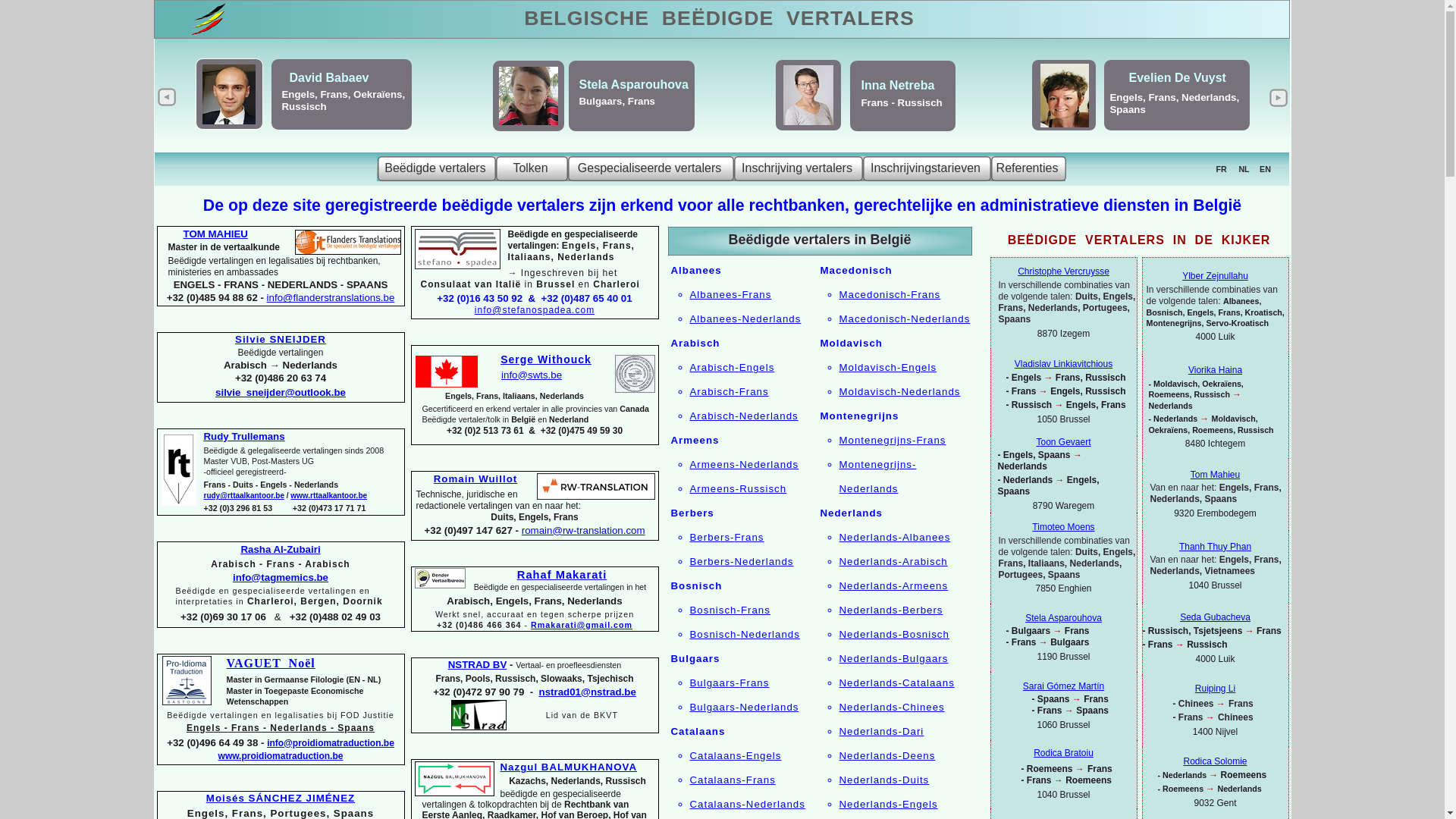  What do you see at coordinates (893, 634) in the screenshot?
I see `'Nederlands-Bosnisch'` at bounding box center [893, 634].